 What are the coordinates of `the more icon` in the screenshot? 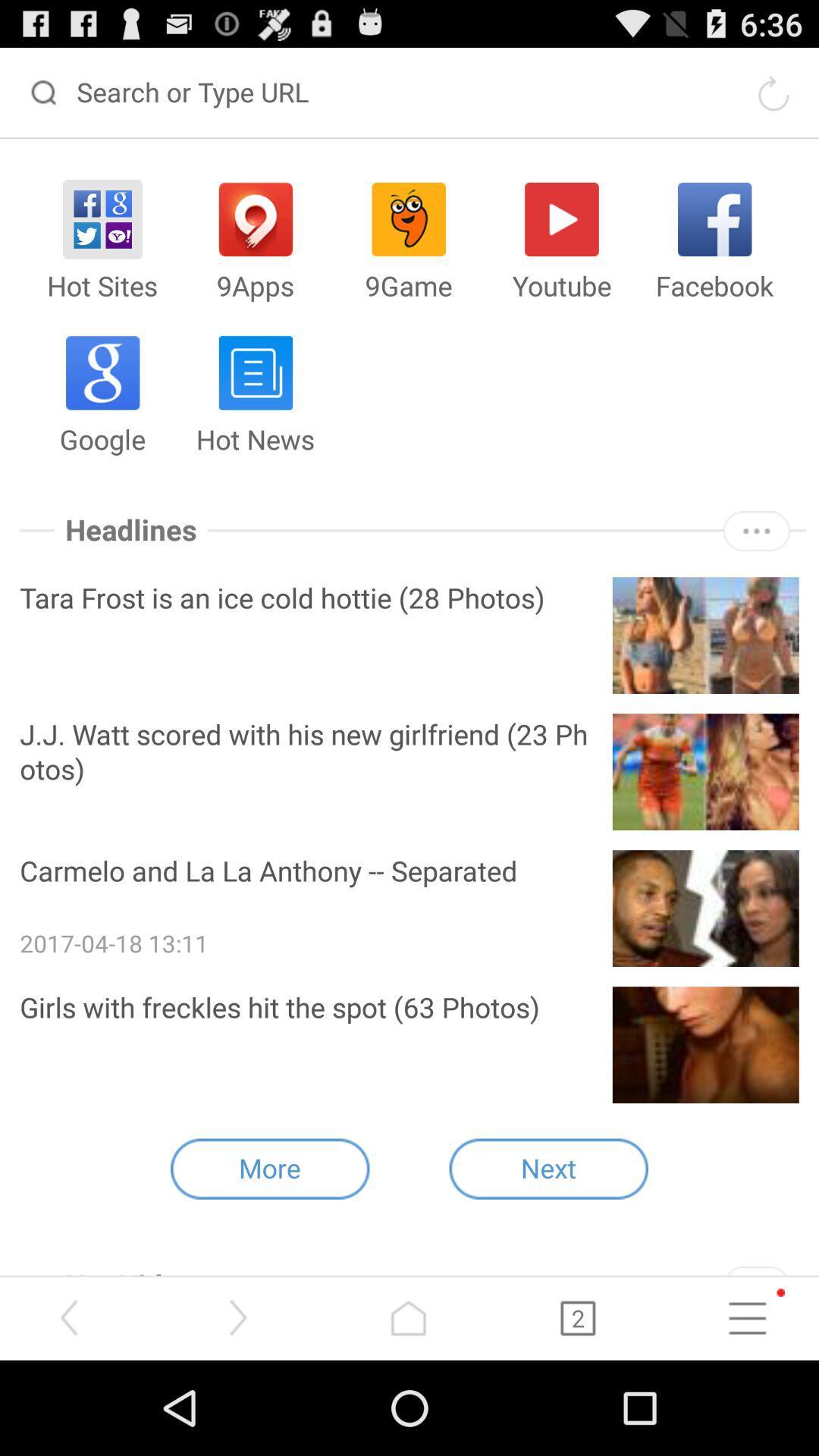 It's located at (756, 567).